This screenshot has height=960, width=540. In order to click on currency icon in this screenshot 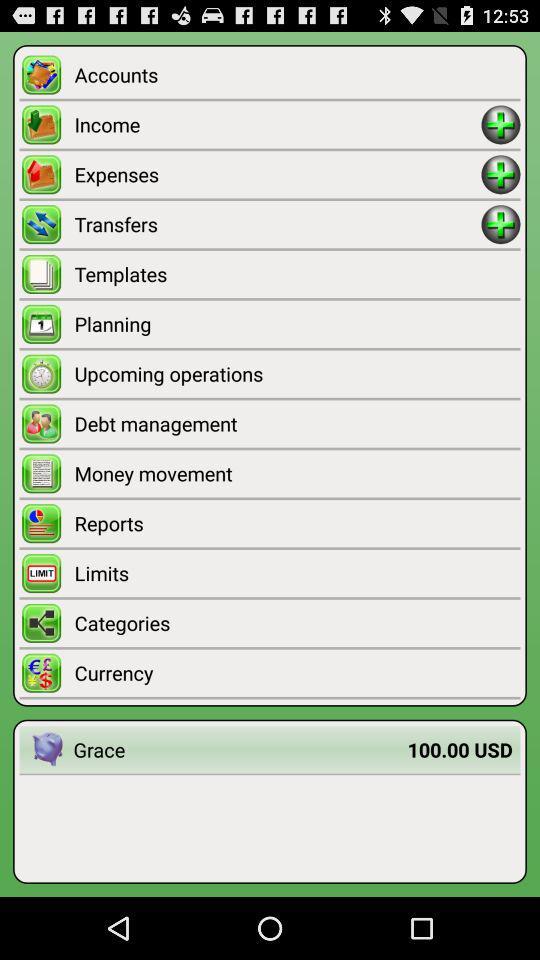, I will do `click(296, 673)`.